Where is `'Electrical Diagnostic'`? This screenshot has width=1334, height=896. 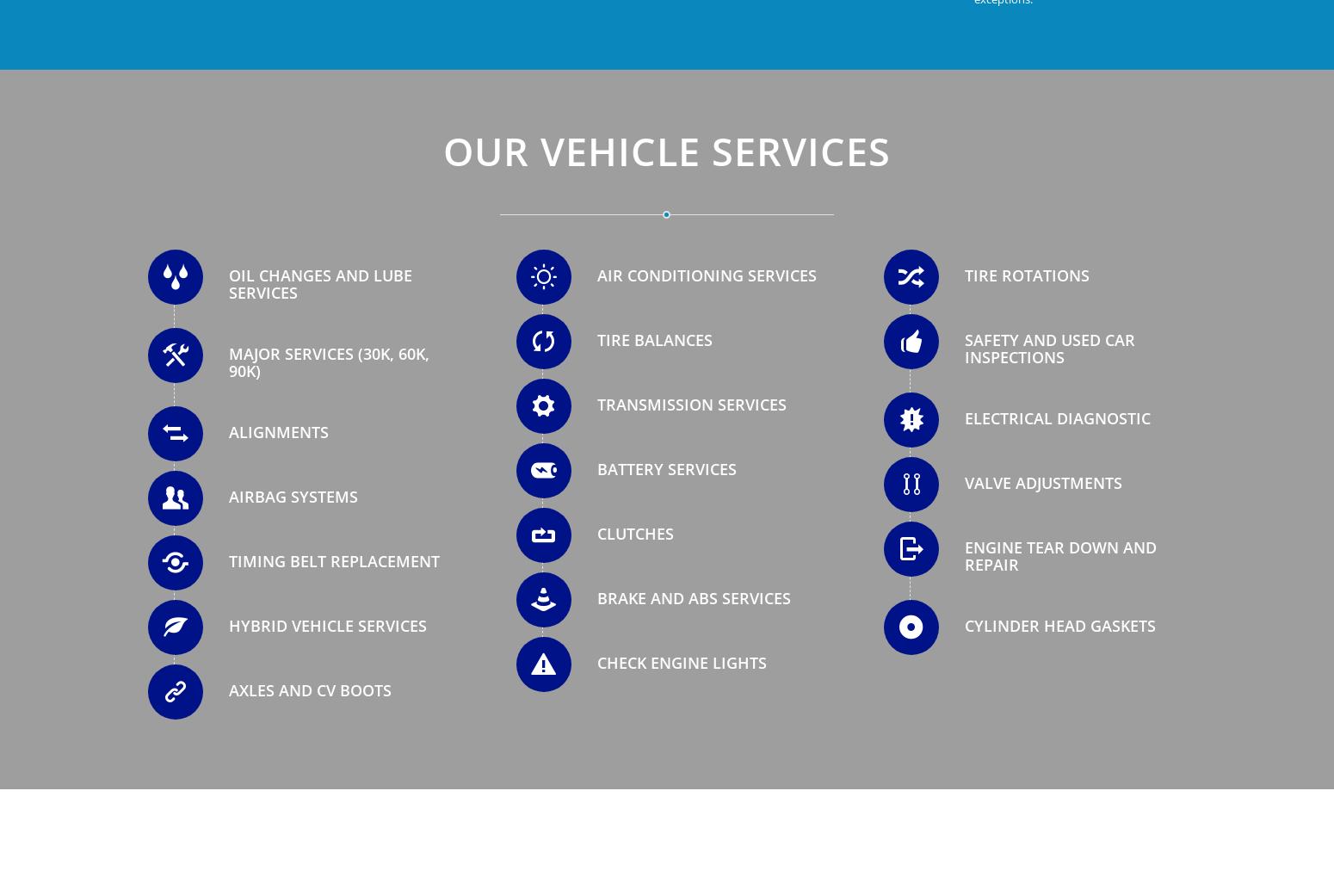
'Electrical Diagnostic' is located at coordinates (963, 417).